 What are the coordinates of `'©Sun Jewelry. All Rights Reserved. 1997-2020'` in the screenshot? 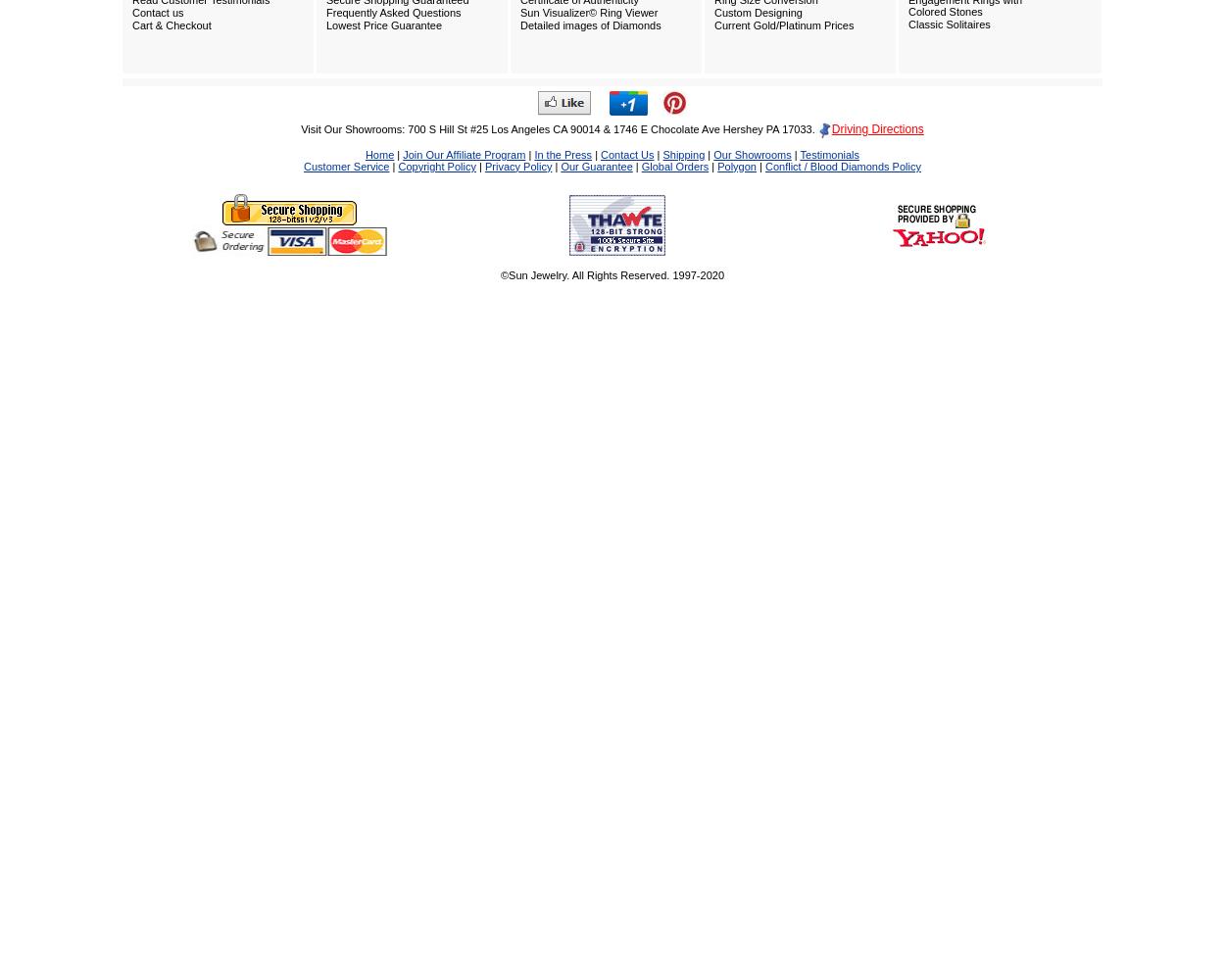 It's located at (611, 274).